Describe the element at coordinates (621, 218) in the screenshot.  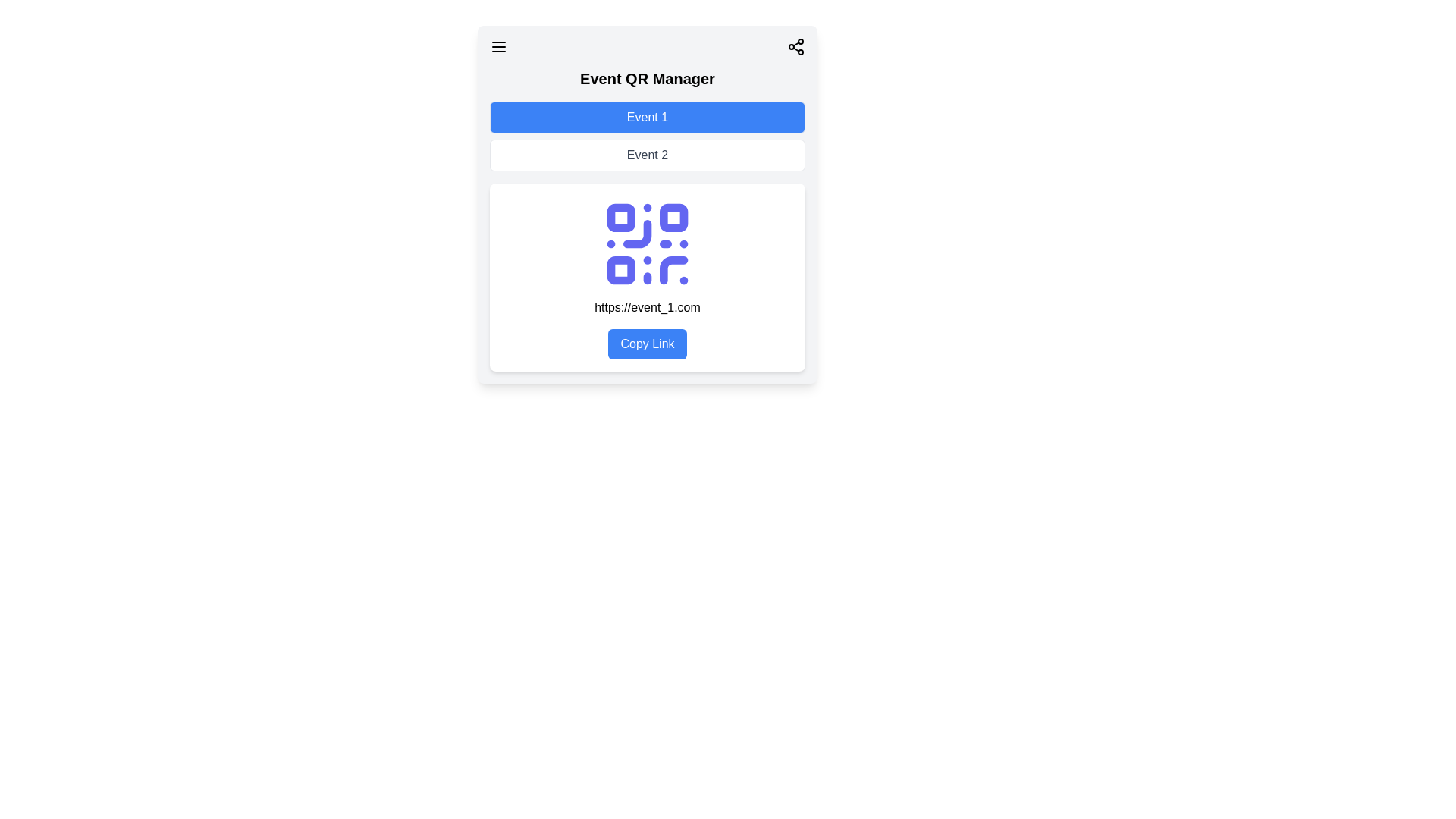
I see `the small, light purple square block with rounded corners located in the upper-left section of the QR code` at that location.